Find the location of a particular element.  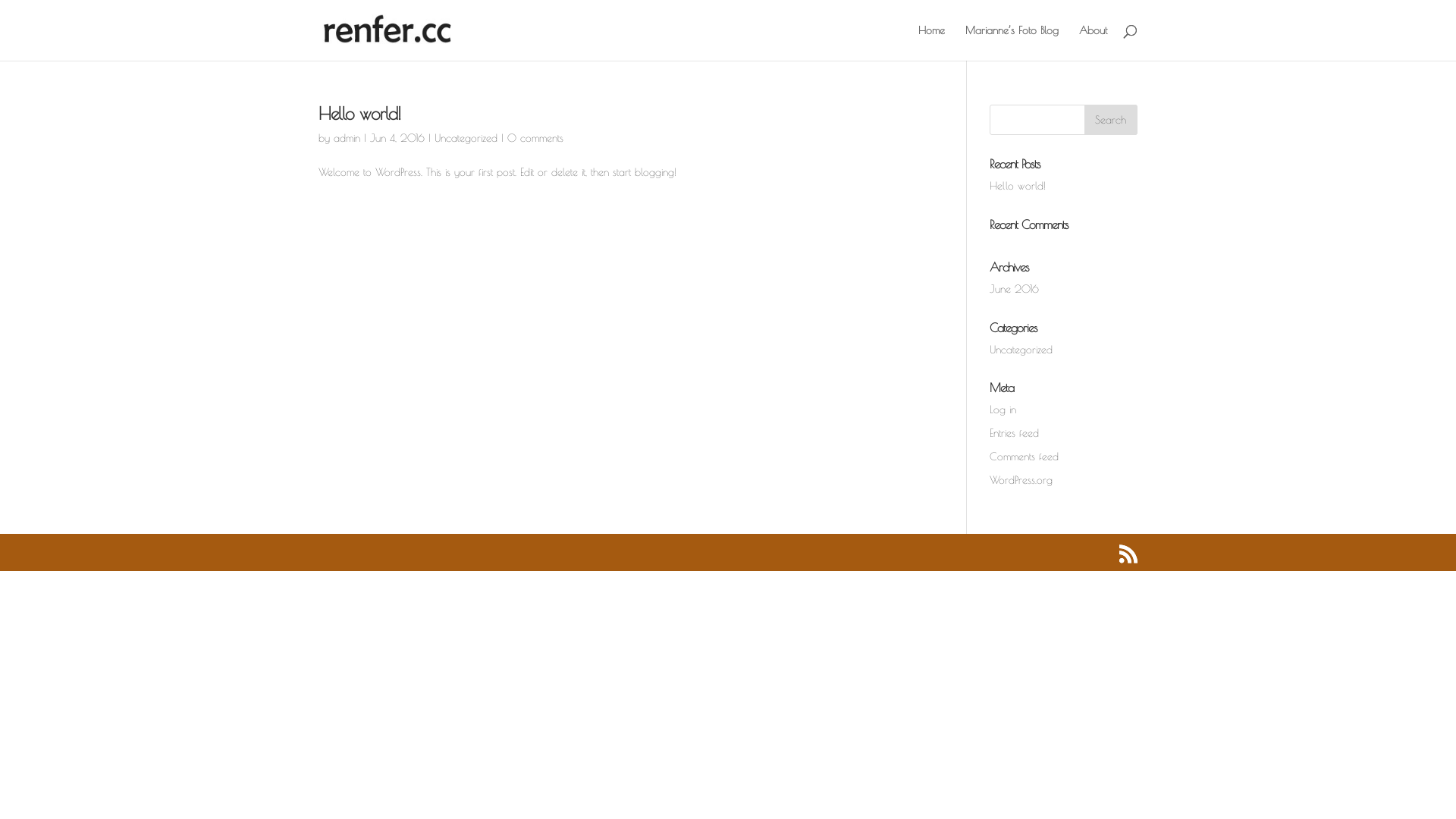

'June 2016' is located at coordinates (1014, 289).